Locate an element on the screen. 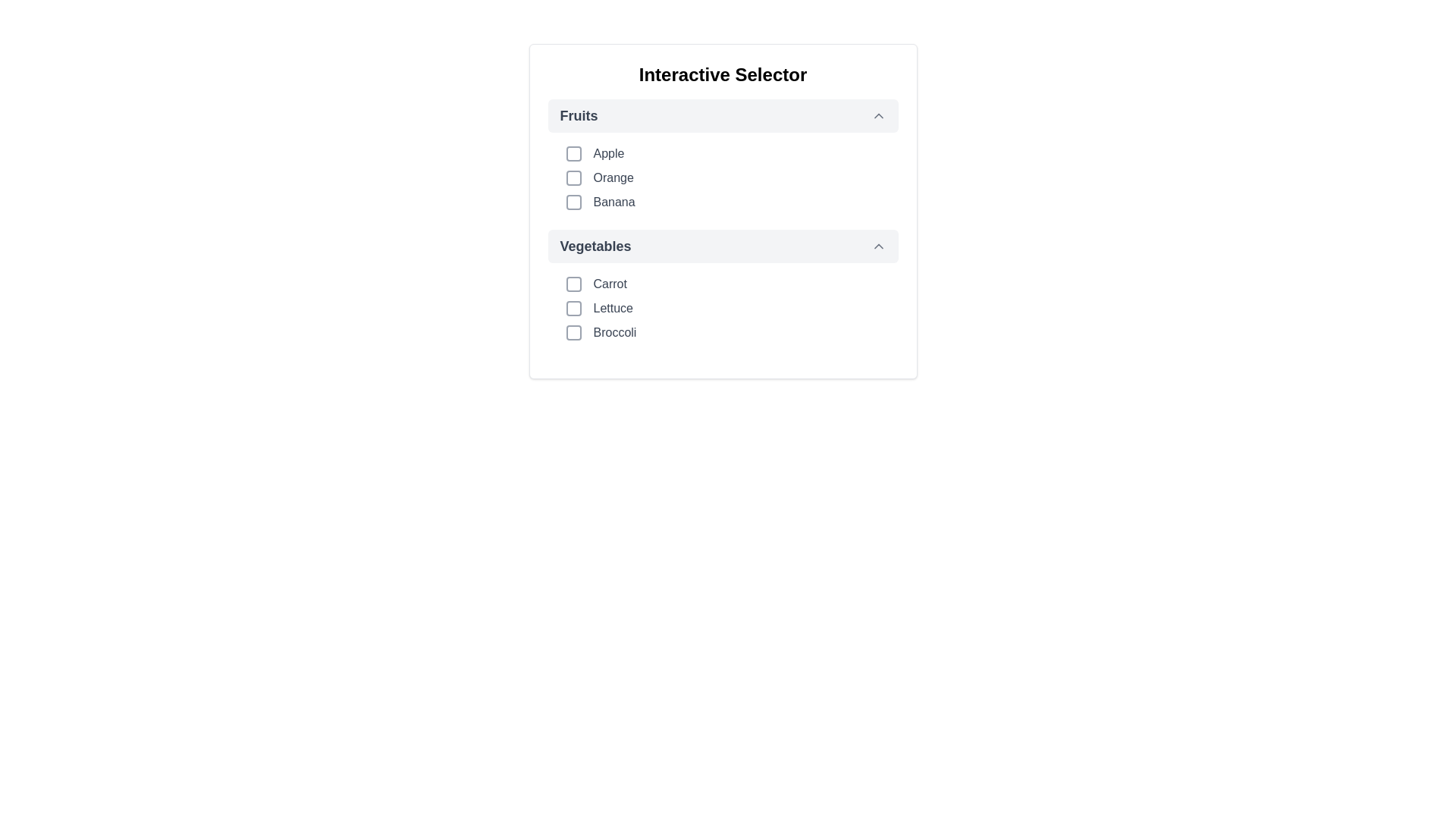  the checkbox located in the 'Vegetables' section adjacent to the label 'Carrot' to trigger tooltip or highlighting effects is located at coordinates (573, 284).